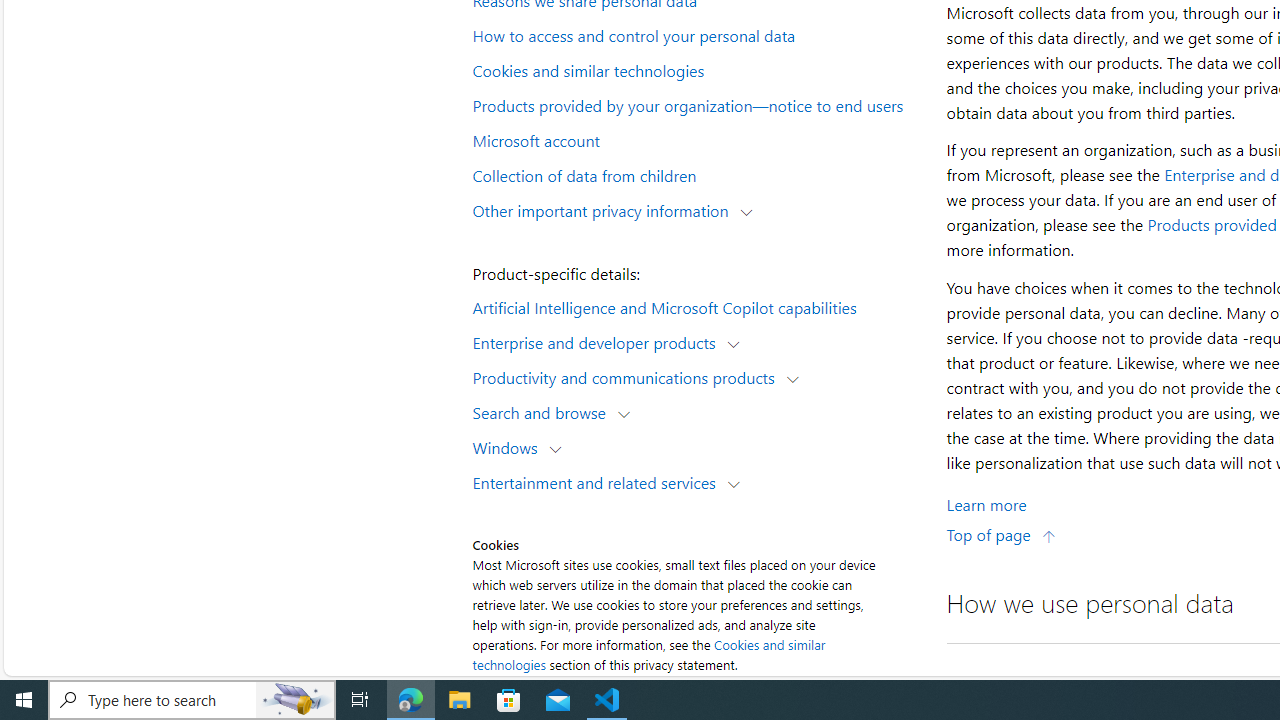 The width and height of the screenshot is (1280, 720). What do you see at coordinates (1001, 533) in the screenshot?
I see `'Top of page'` at bounding box center [1001, 533].